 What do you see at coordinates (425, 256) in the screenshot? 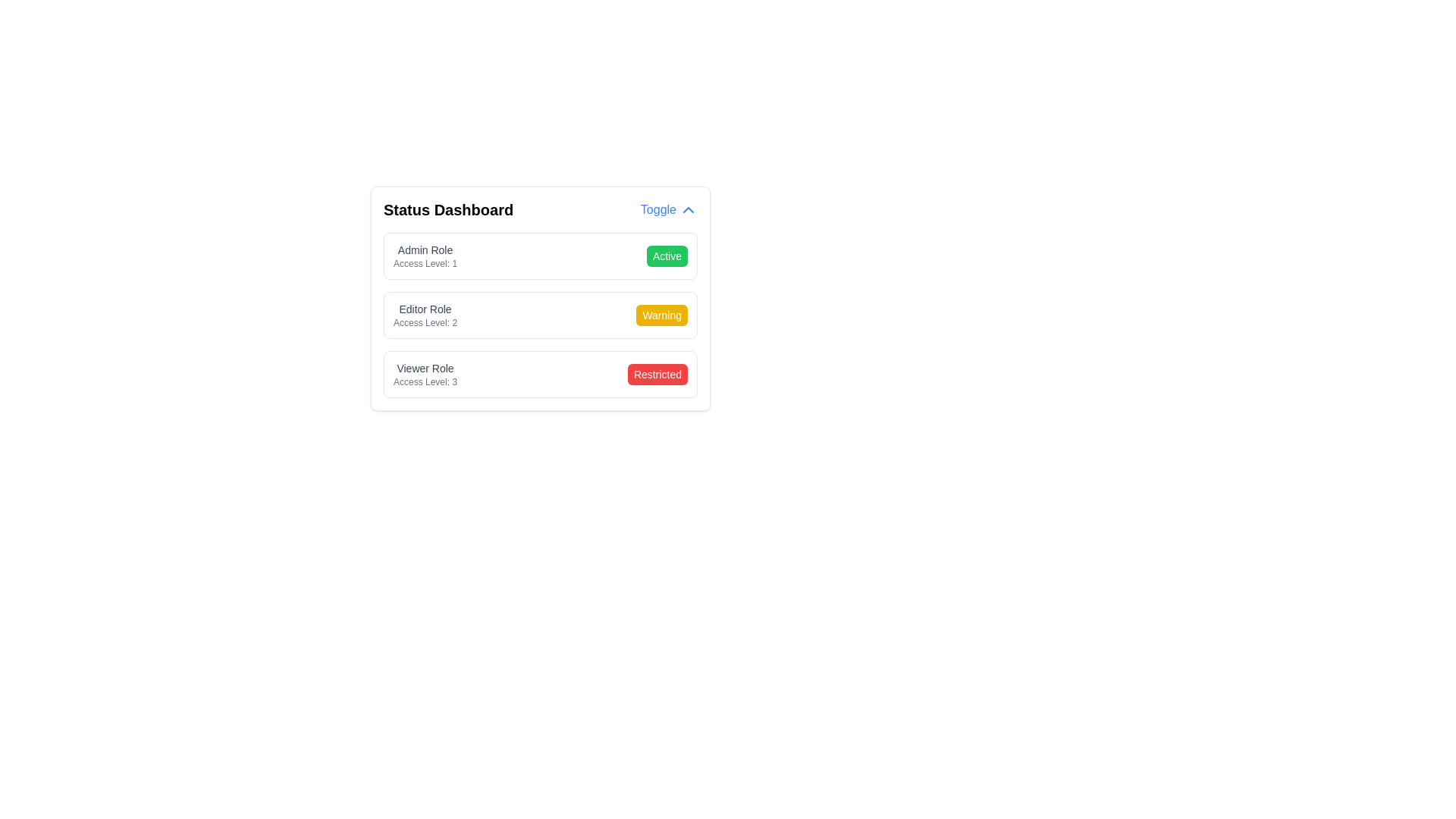
I see `the text label displaying 'Admin Role Access Level: 1', which features 'Admin Role' in a larger, bold font and 'Access Level: 1' in a smaller, lighter font, centrally aligned in a muted gray color scheme` at bounding box center [425, 256].